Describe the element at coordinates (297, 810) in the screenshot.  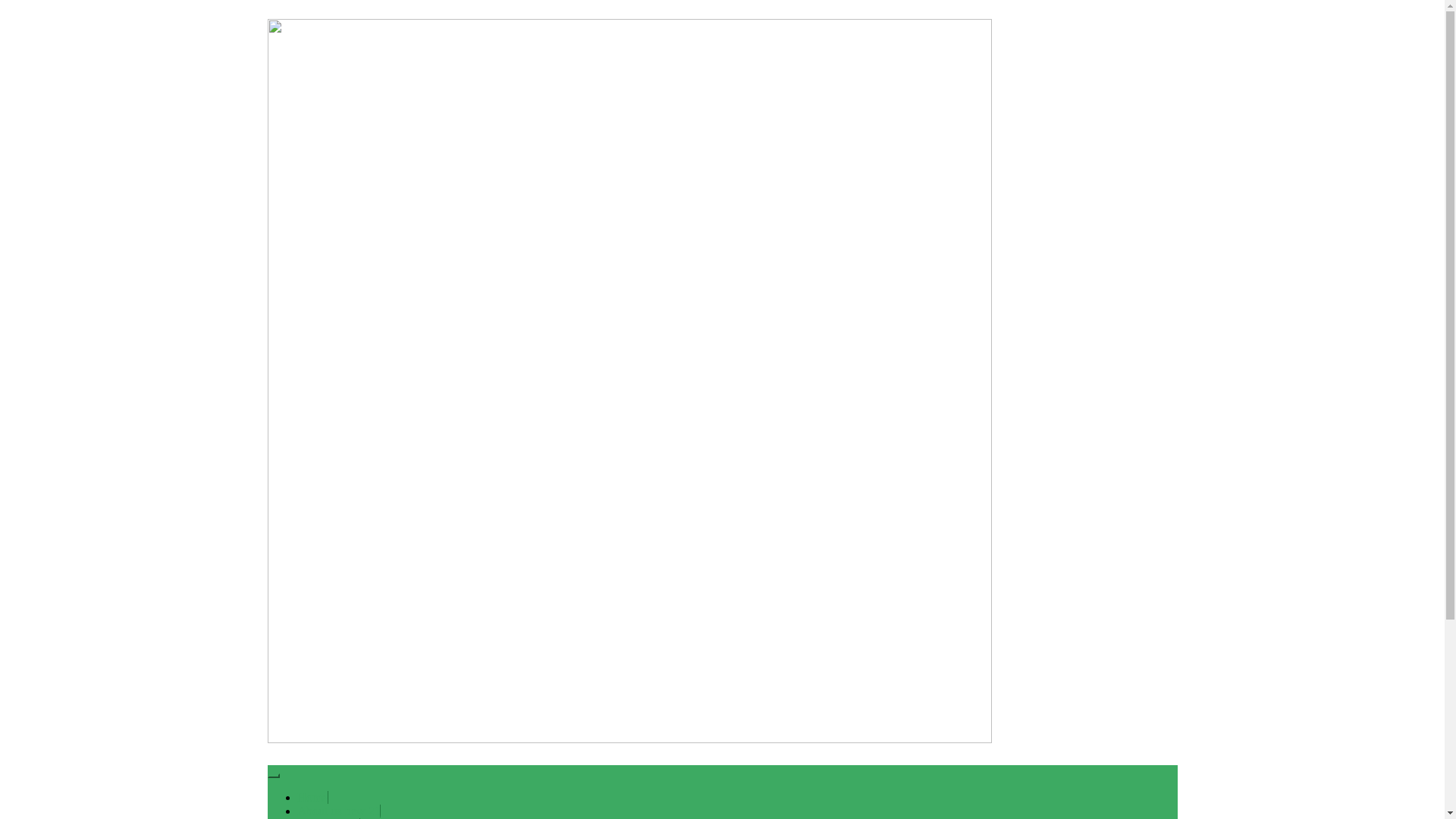
I see `'About us new 21'` at that location.